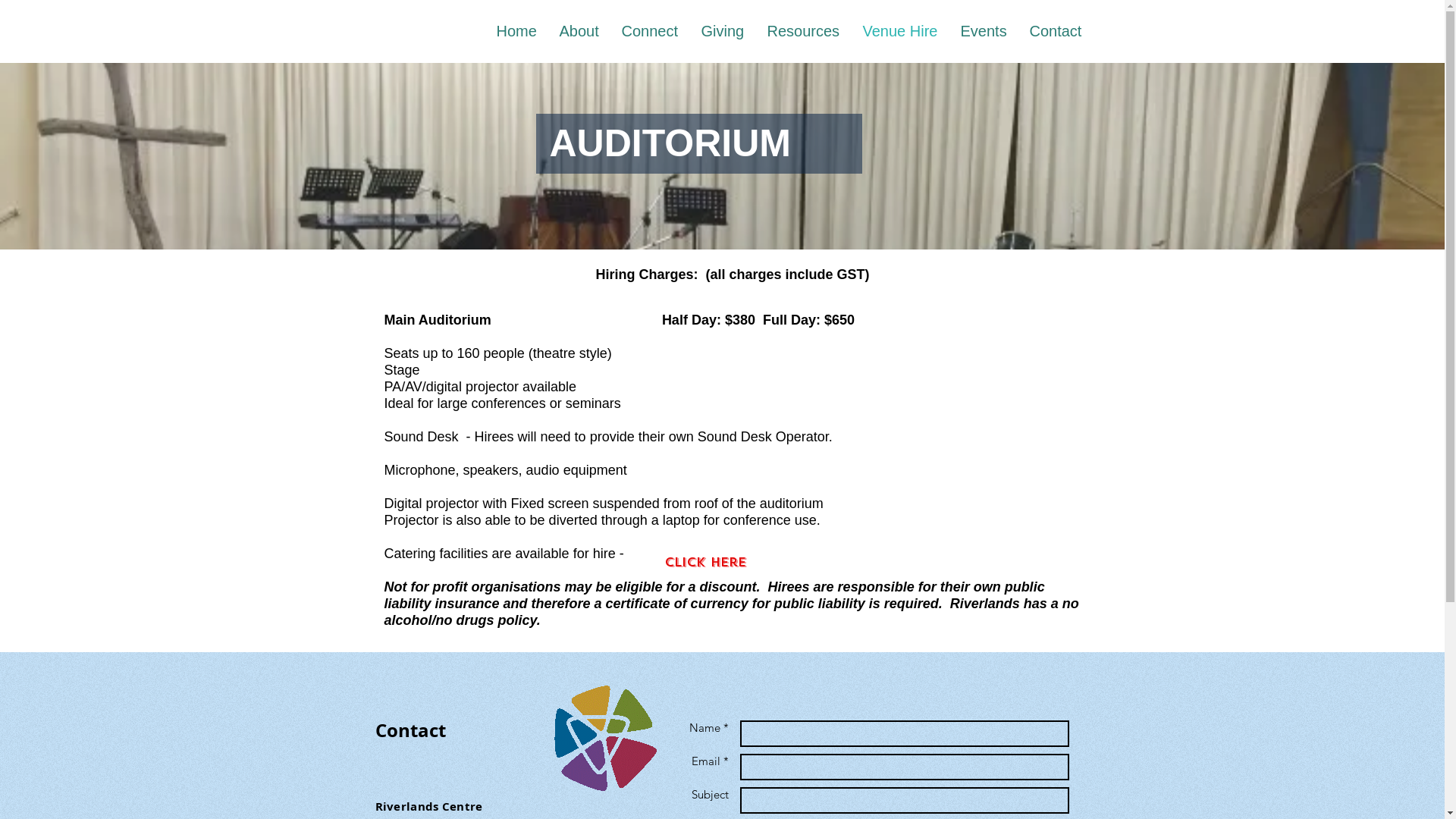  I want to click on 'Home', so click(516, 31).